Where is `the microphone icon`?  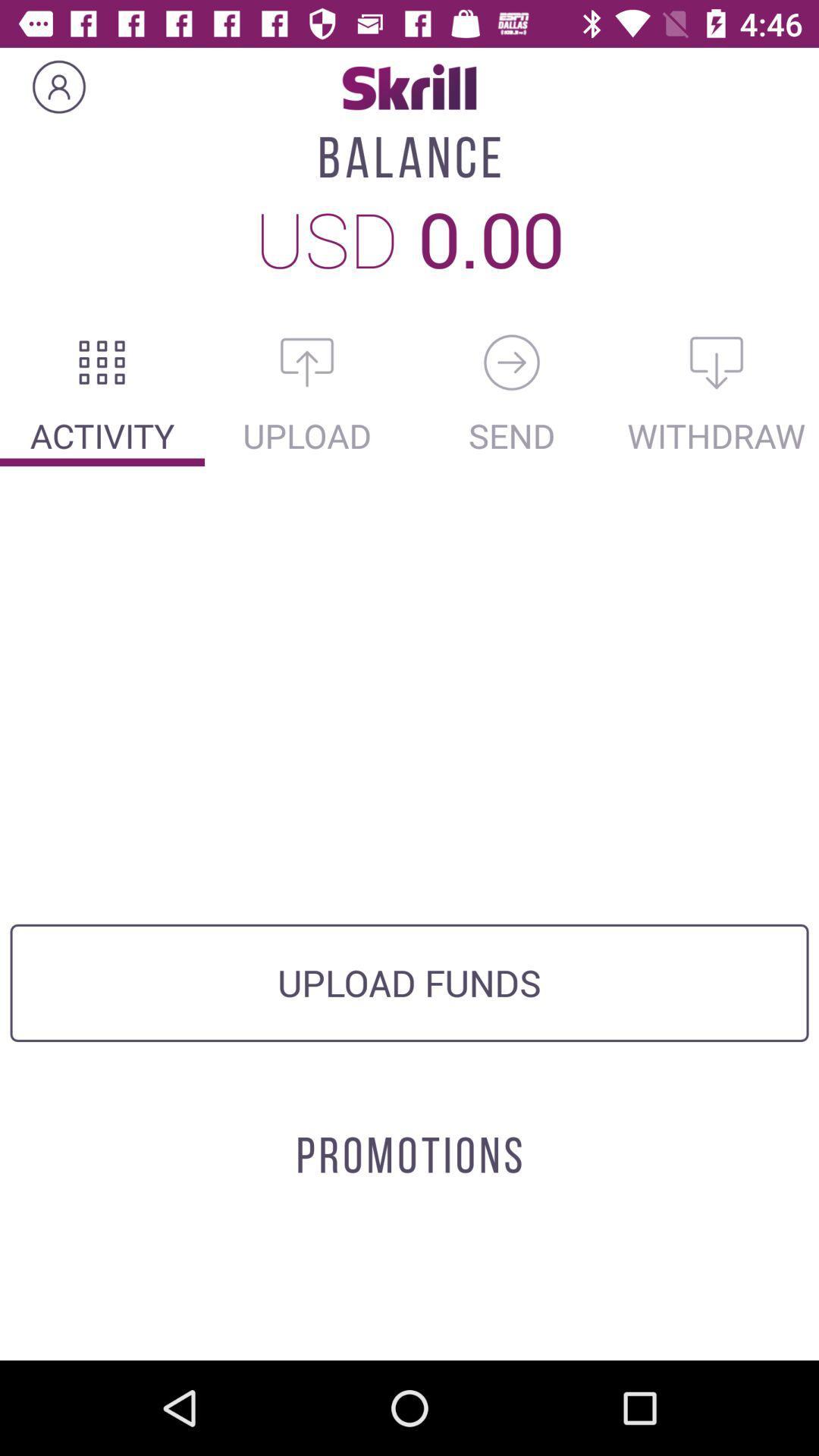
the microphone icon is located at coordinates (717, 362).